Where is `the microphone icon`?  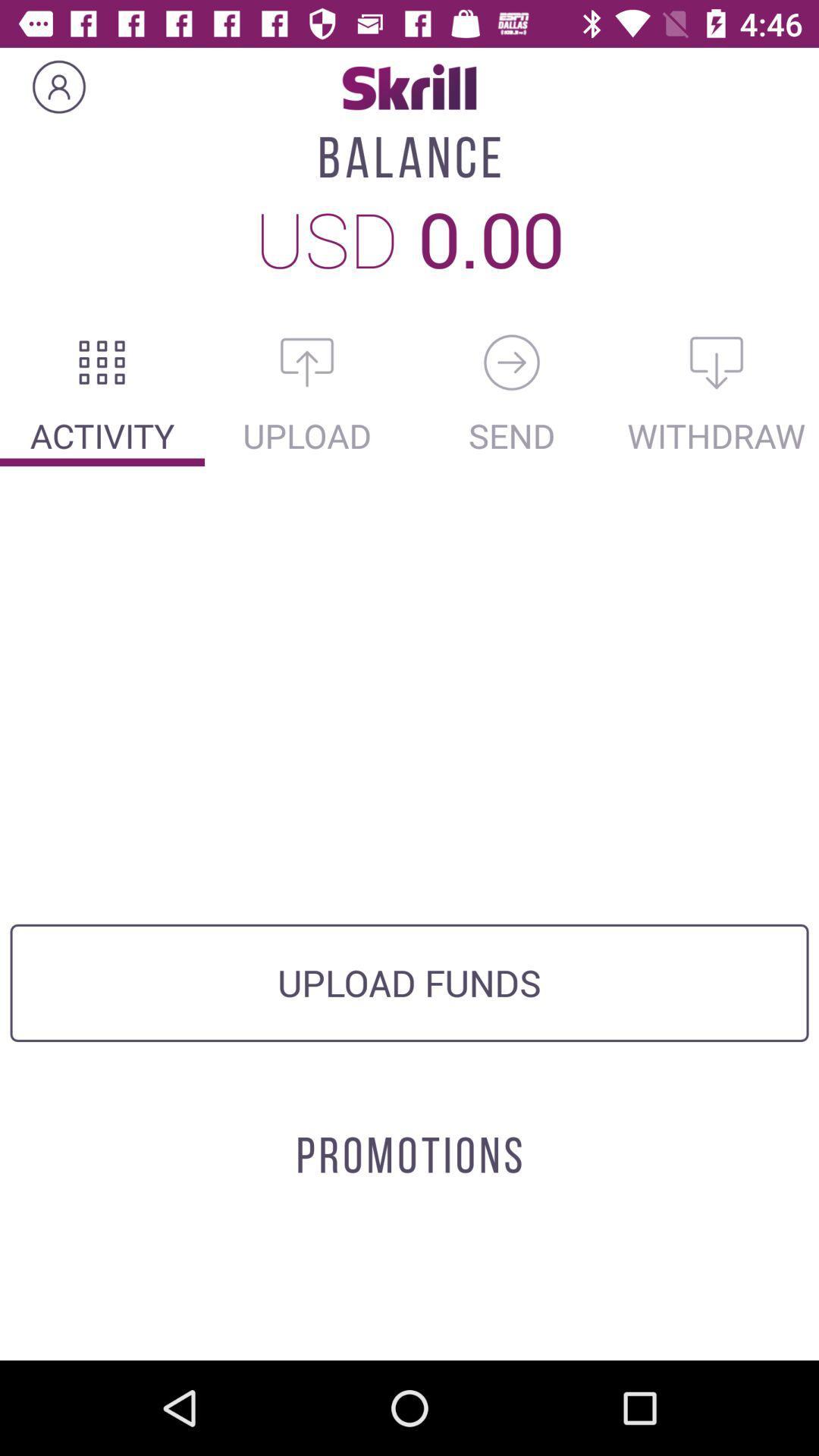
the microphone icon is located at coordinates (717, 362).